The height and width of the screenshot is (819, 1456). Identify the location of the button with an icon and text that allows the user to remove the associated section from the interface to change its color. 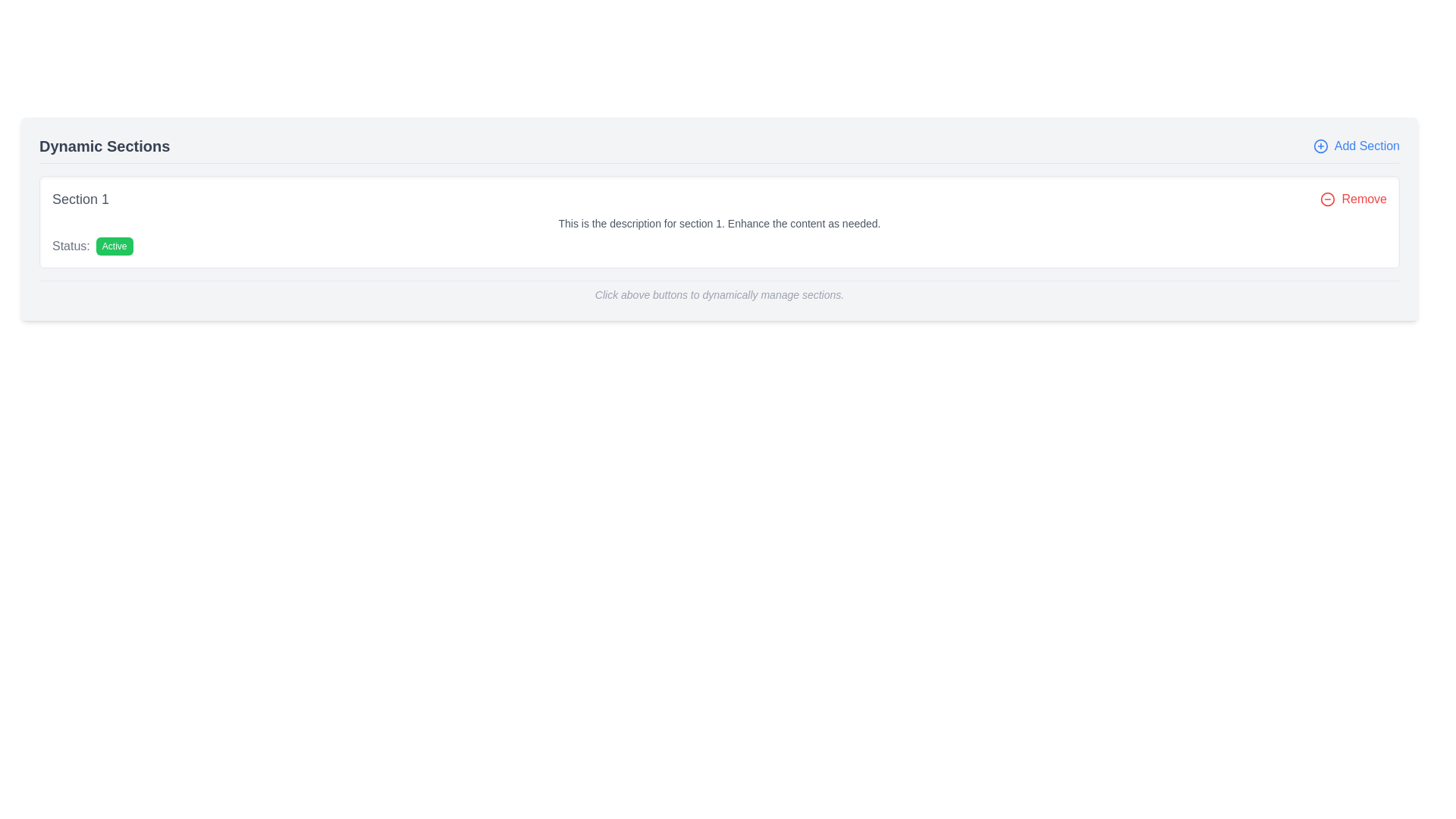
(1354, 198).